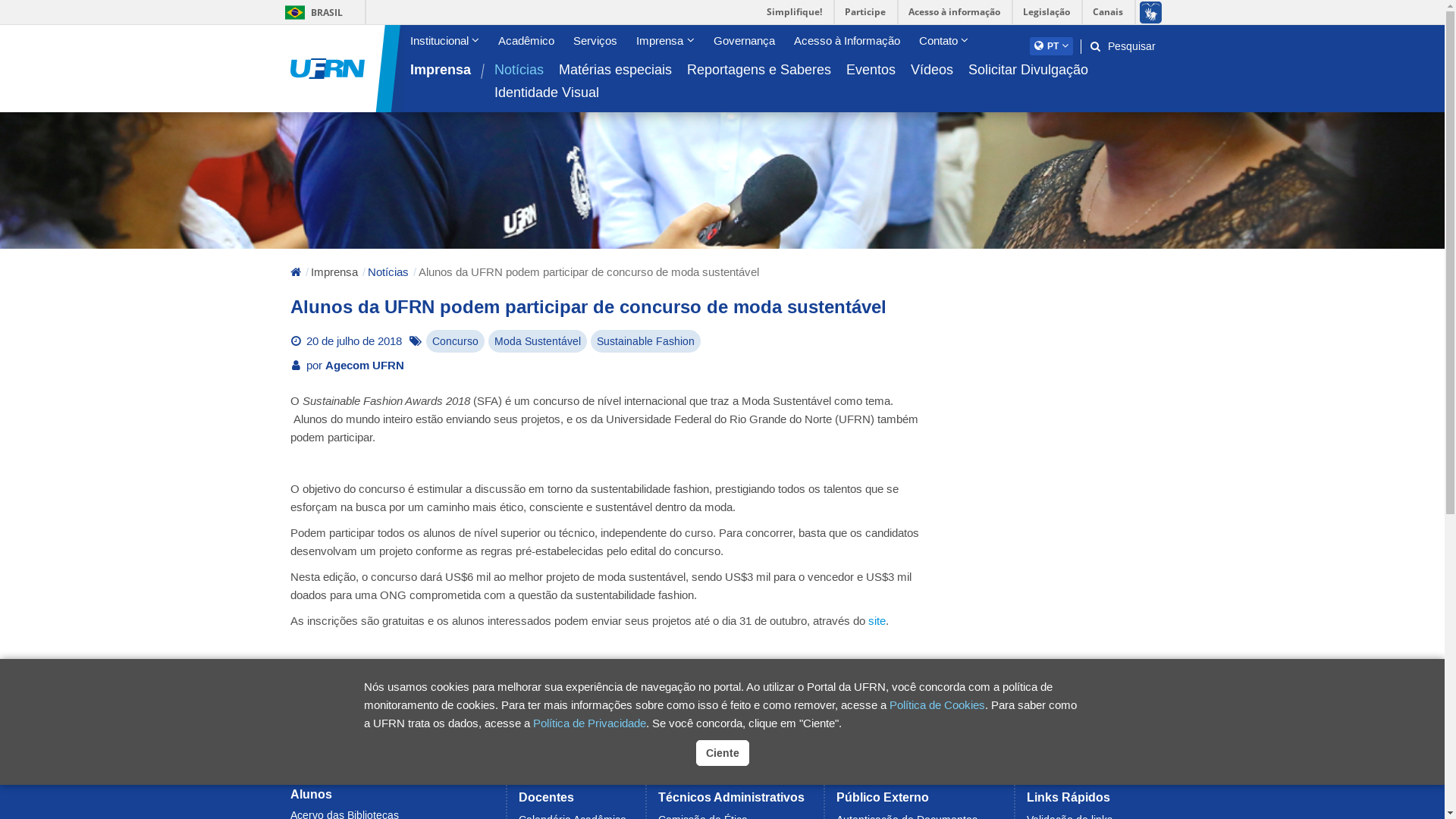  Describe the element at coordinates (454, 341) in the screenshot. I see `'Concurso'` at that location.